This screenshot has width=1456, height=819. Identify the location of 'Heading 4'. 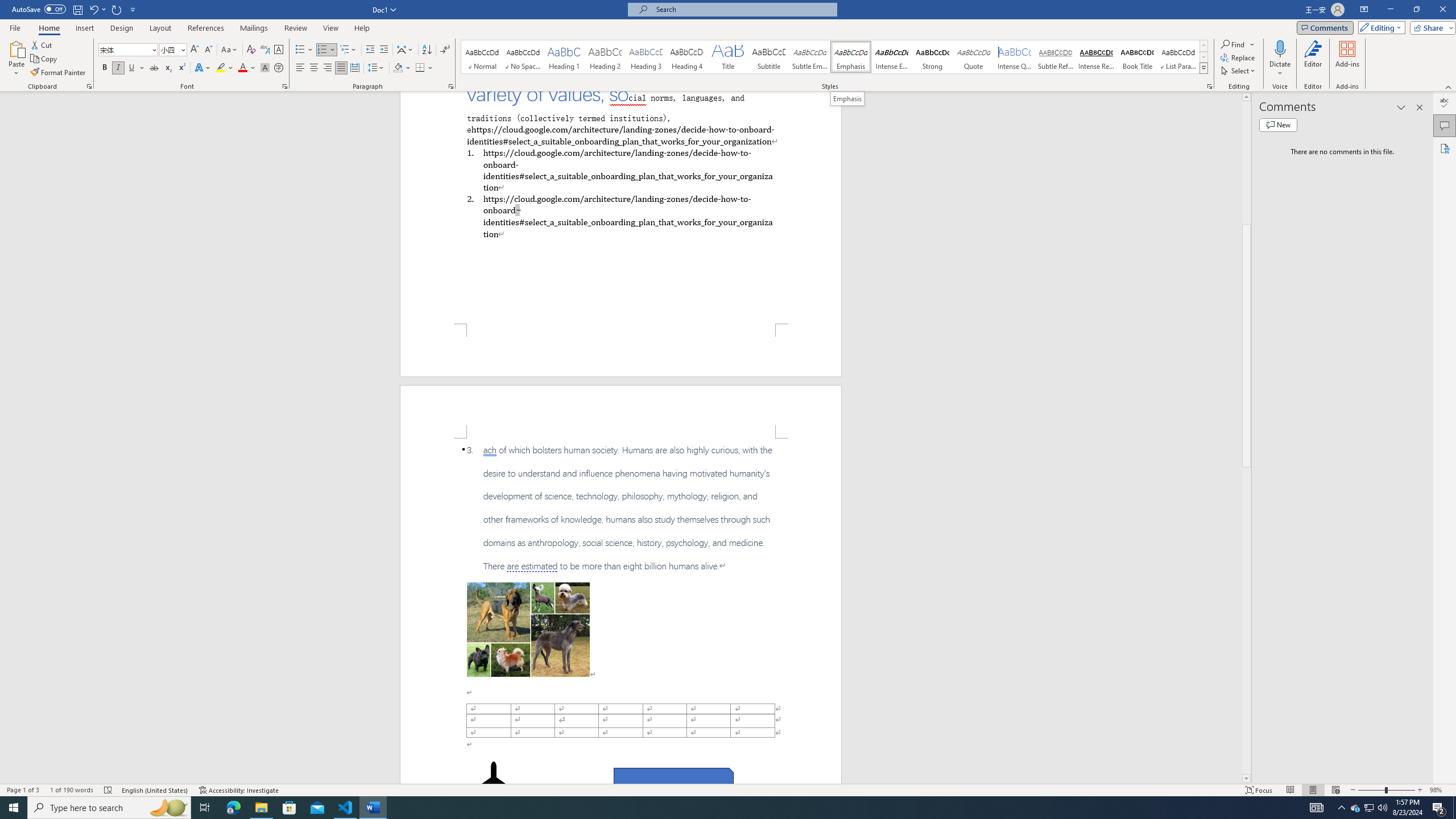
(686, 56).